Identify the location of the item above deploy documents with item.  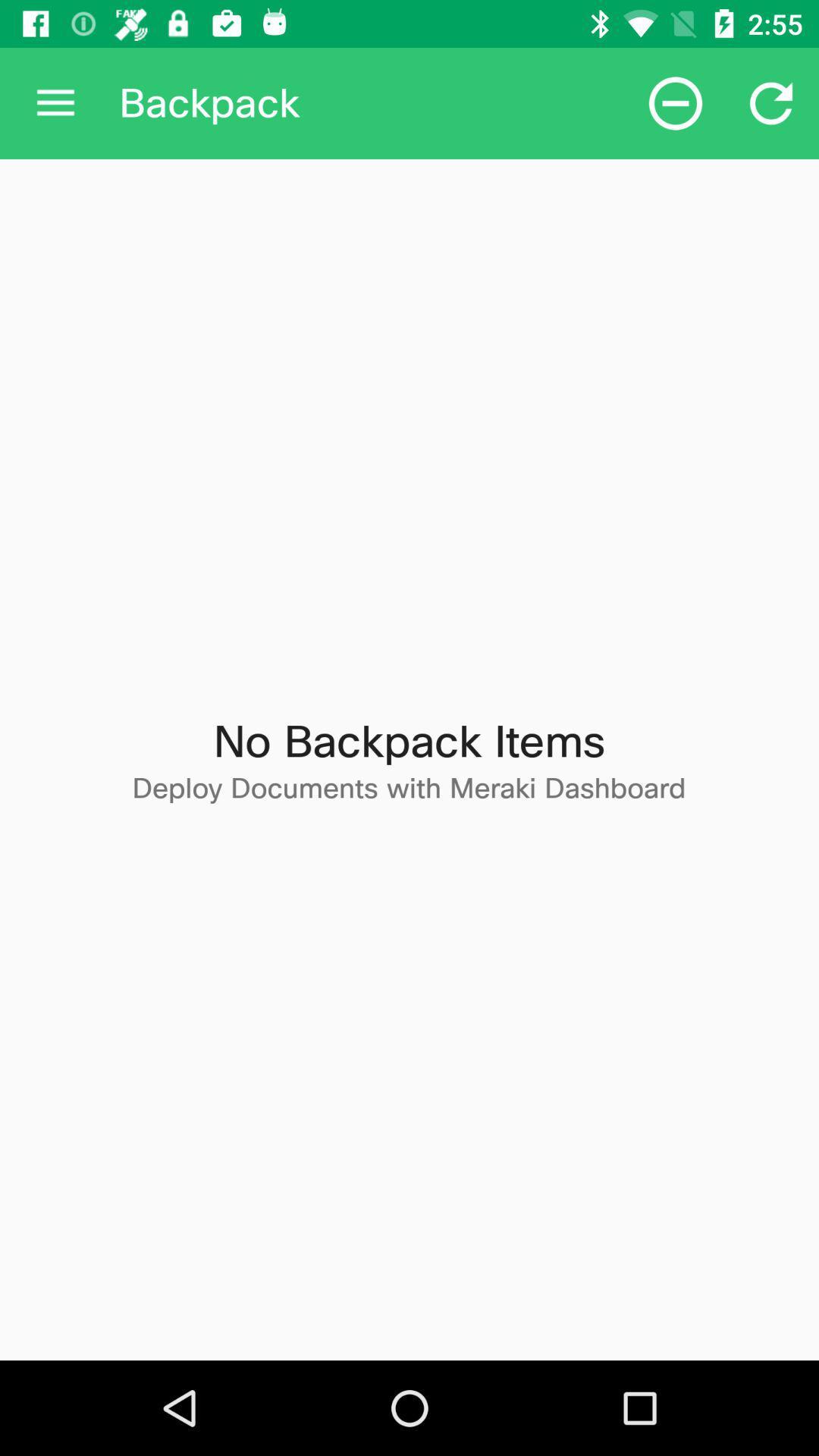
(675, 102).